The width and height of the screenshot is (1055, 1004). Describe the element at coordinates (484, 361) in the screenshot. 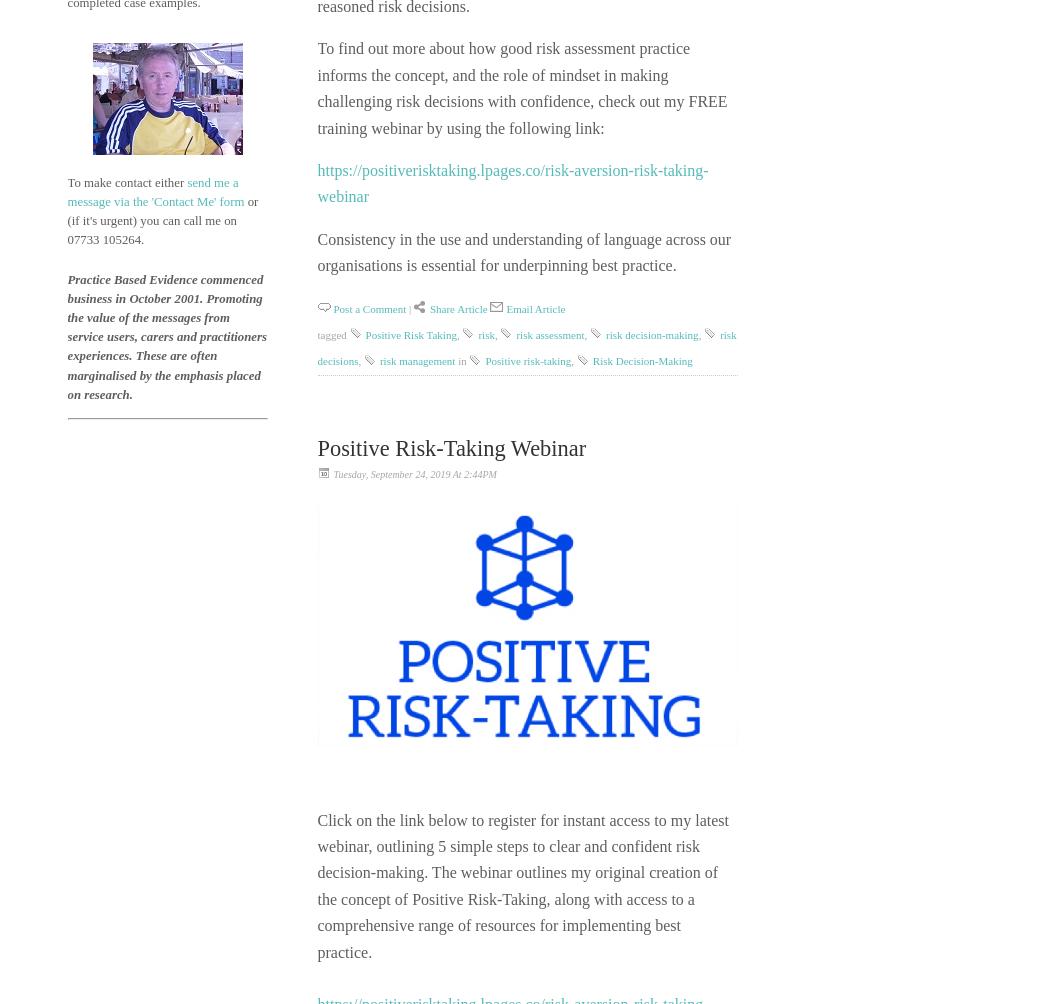

I see `'Positive risk-taking'` at that location.